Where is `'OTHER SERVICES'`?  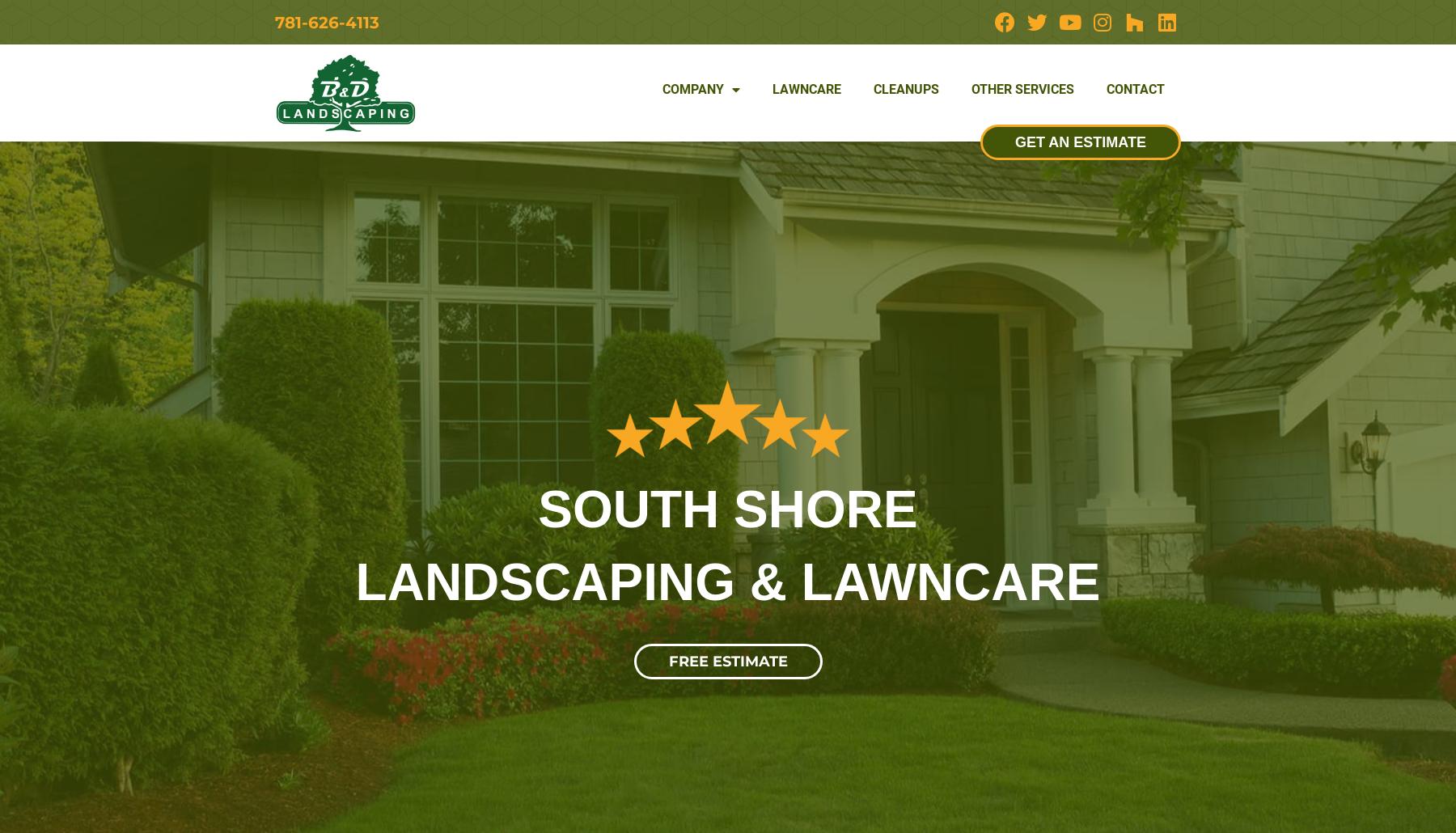
'OTHER SERVICES' is located at coordinates (1022, 87).